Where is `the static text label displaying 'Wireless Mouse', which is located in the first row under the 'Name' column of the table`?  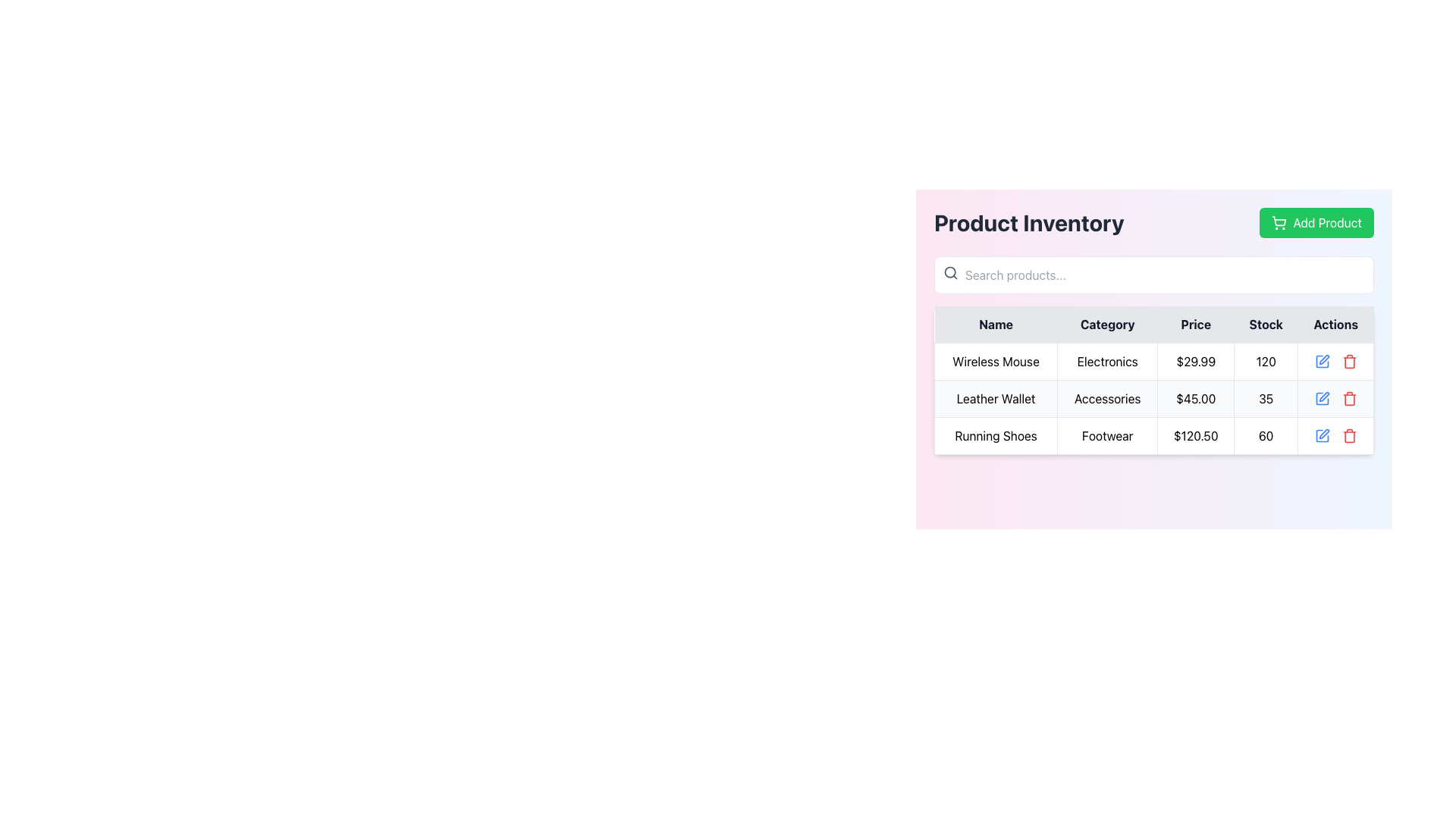 the static text label displaying 'Wireless Mouse', which is located in the first row under the 'Name' column of the table is located at coordinates (996, 362).